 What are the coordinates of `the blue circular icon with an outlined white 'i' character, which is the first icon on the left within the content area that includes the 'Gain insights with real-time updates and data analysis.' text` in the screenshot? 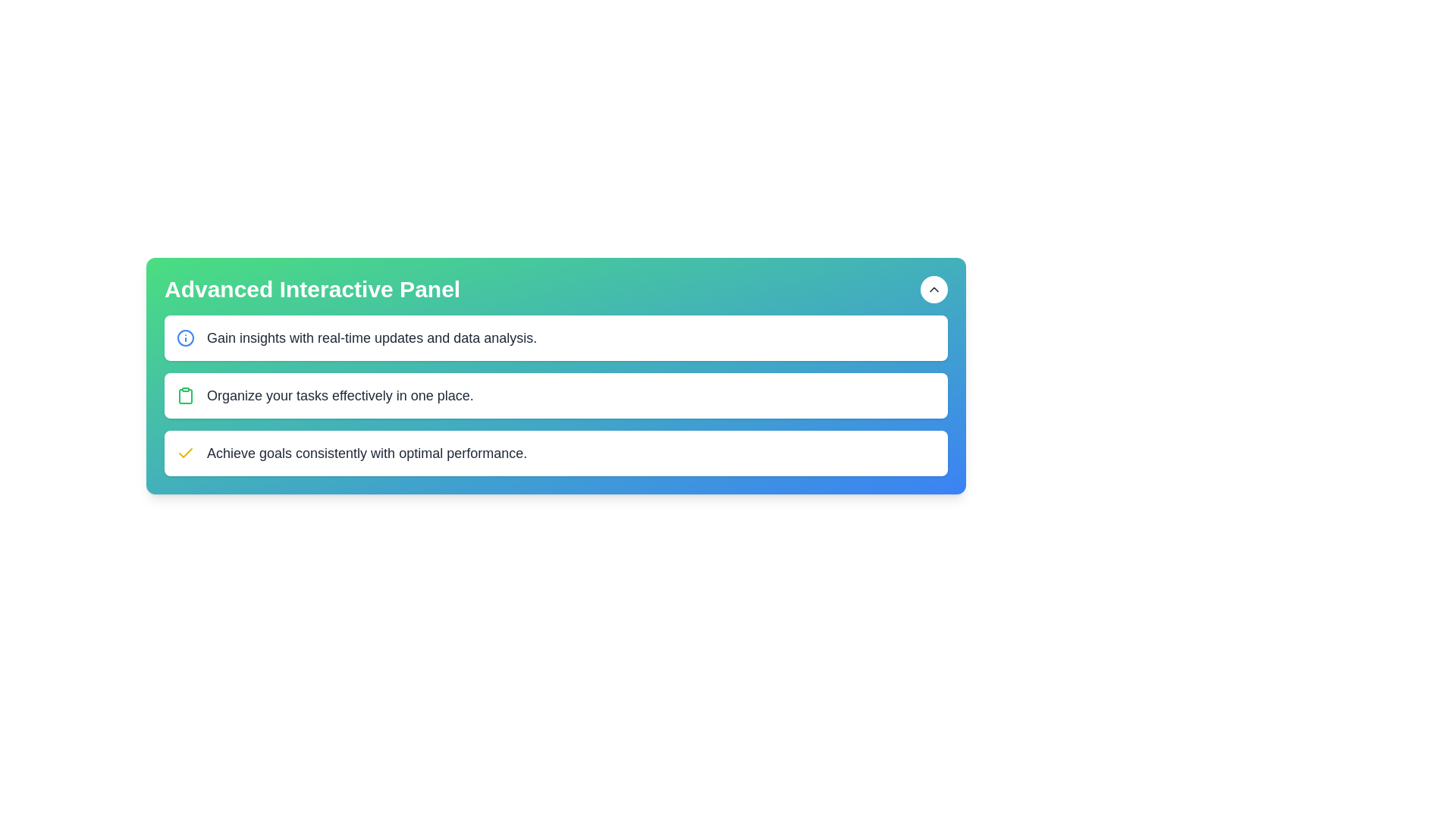 It's located at (184, 337).